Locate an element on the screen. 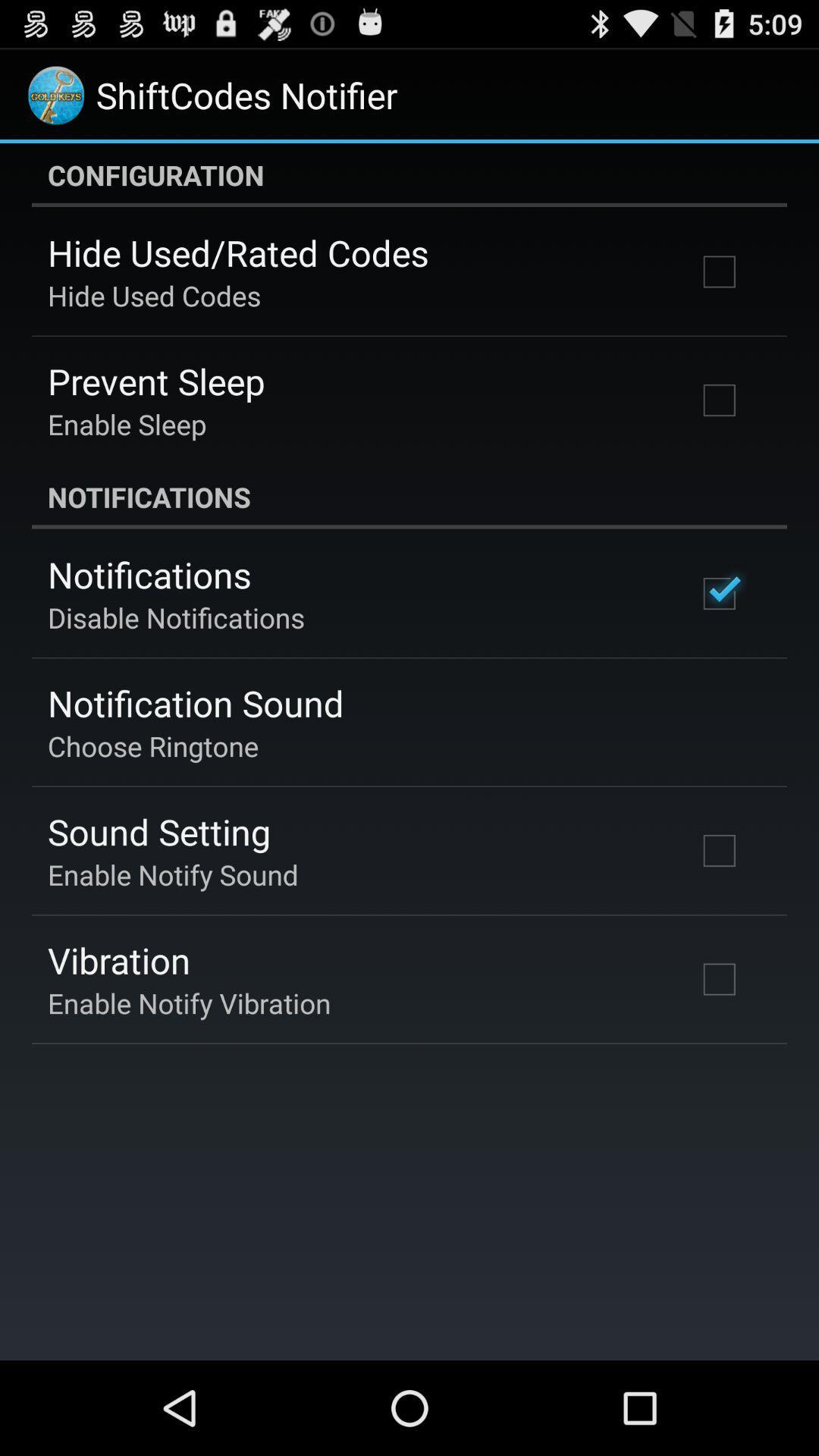 The image size is (819, 1456). item below the notifications app is located at coordinates (175, 617).